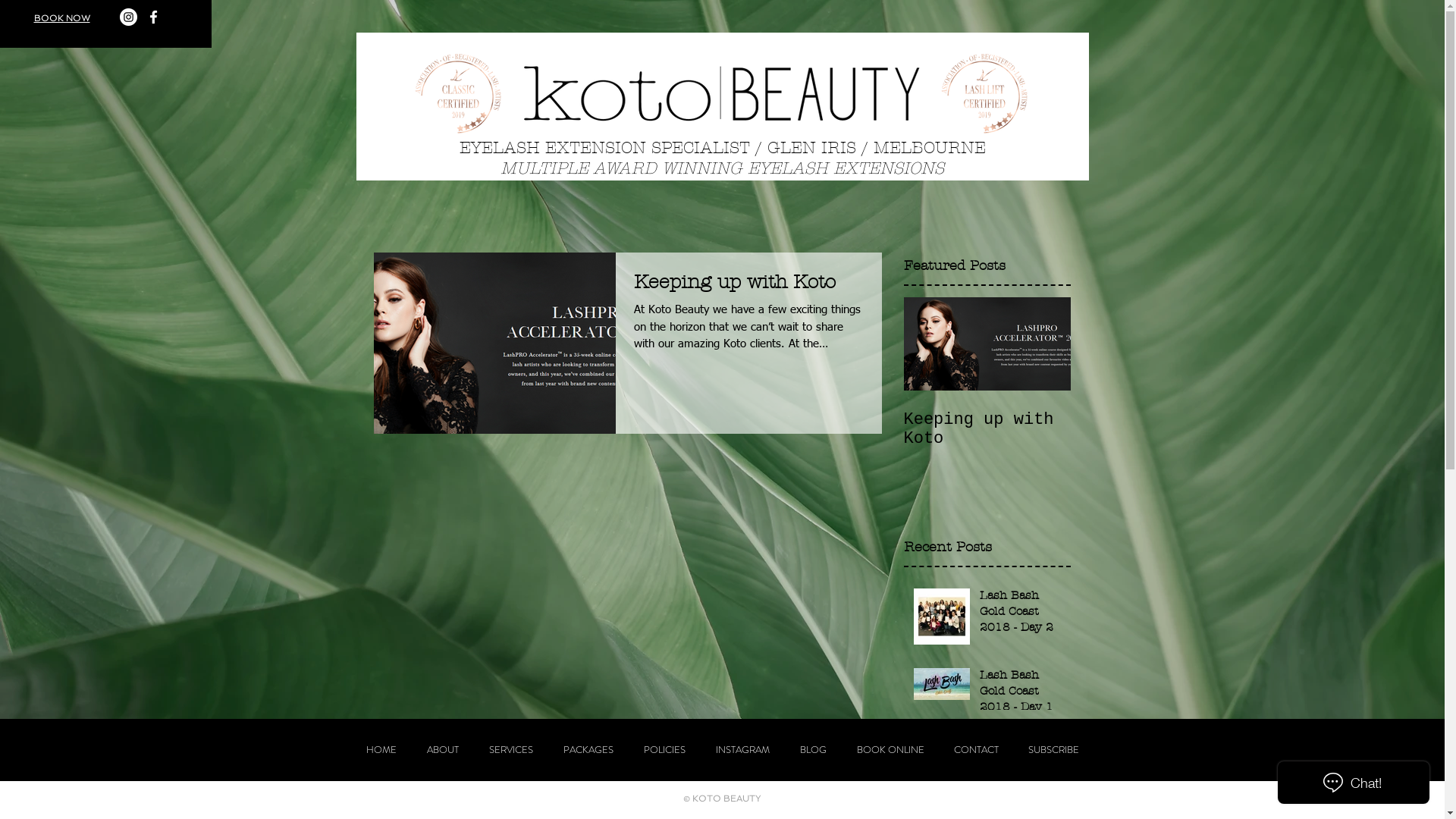  Describe the element at coordinates (984, 93) in the screenshot. I see `'47683490_2237065376317145_44320505531654'` at that location.